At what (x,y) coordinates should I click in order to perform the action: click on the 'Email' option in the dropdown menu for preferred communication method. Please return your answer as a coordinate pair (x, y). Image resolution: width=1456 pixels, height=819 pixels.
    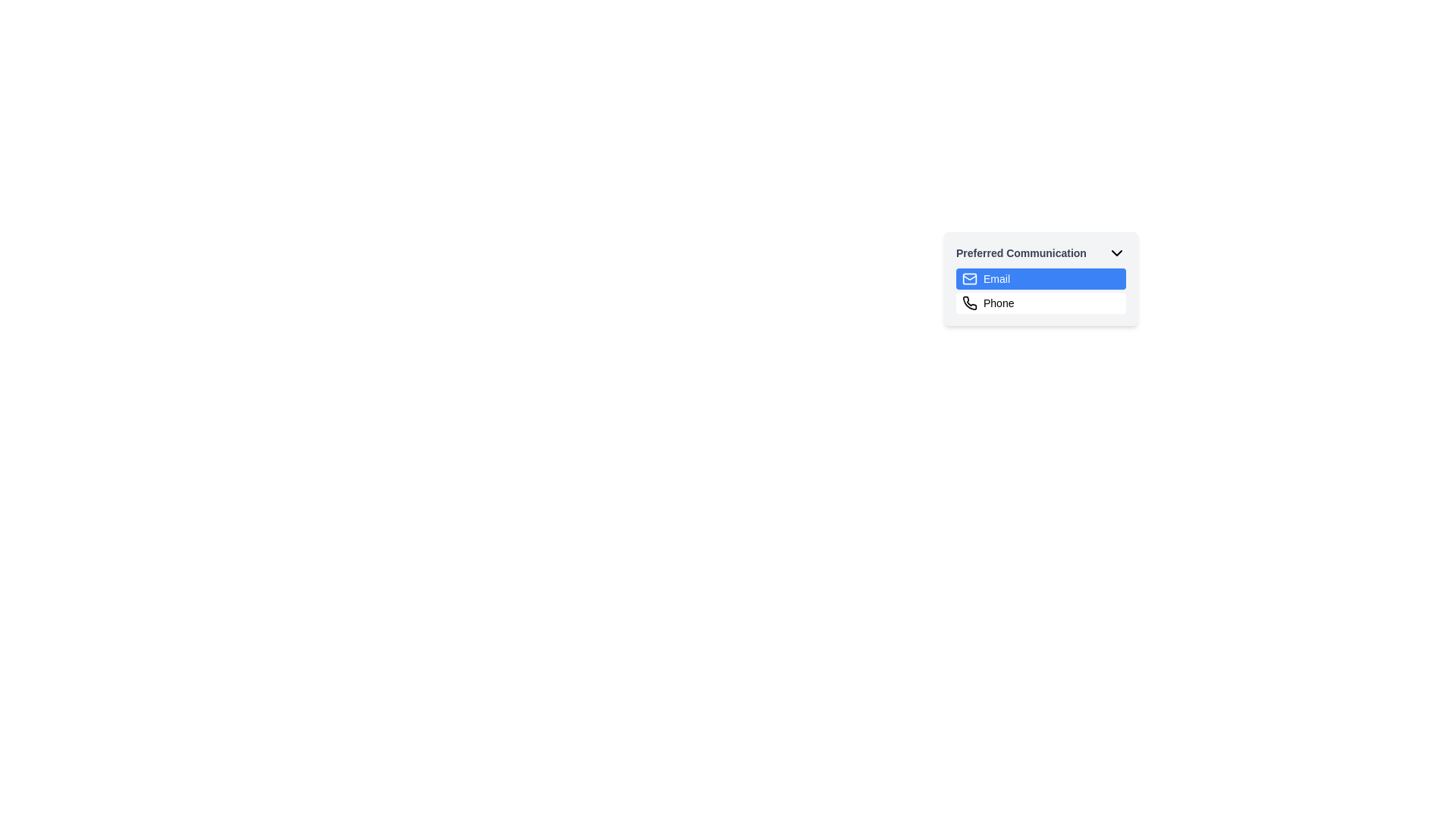
    Looking at the image, I should click on (1040, 278).